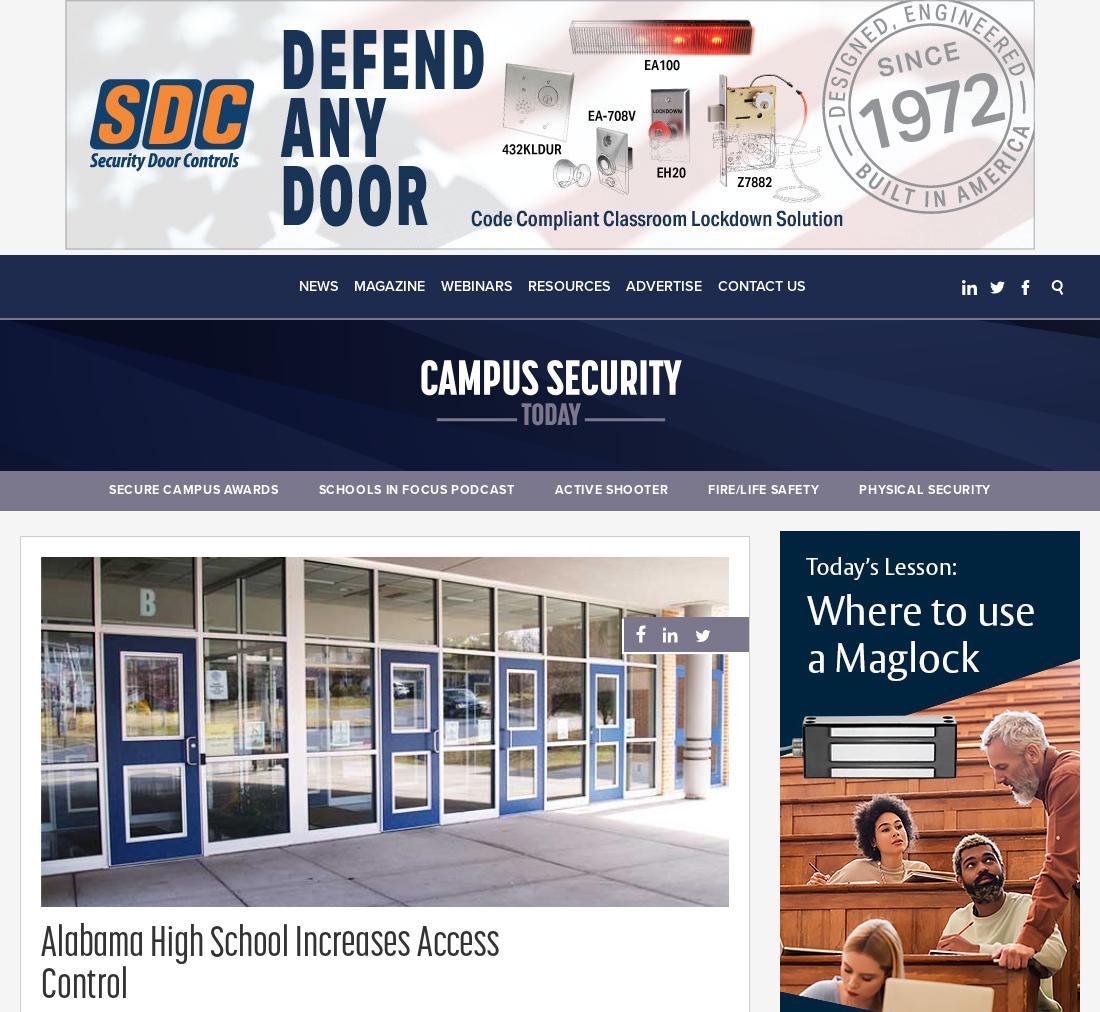 The height and width of the screenshot is (1012, 1100). What do you see at coordinates (317, 285) in the screenshot?
I see `'News'` at bounding box center [317, 285].